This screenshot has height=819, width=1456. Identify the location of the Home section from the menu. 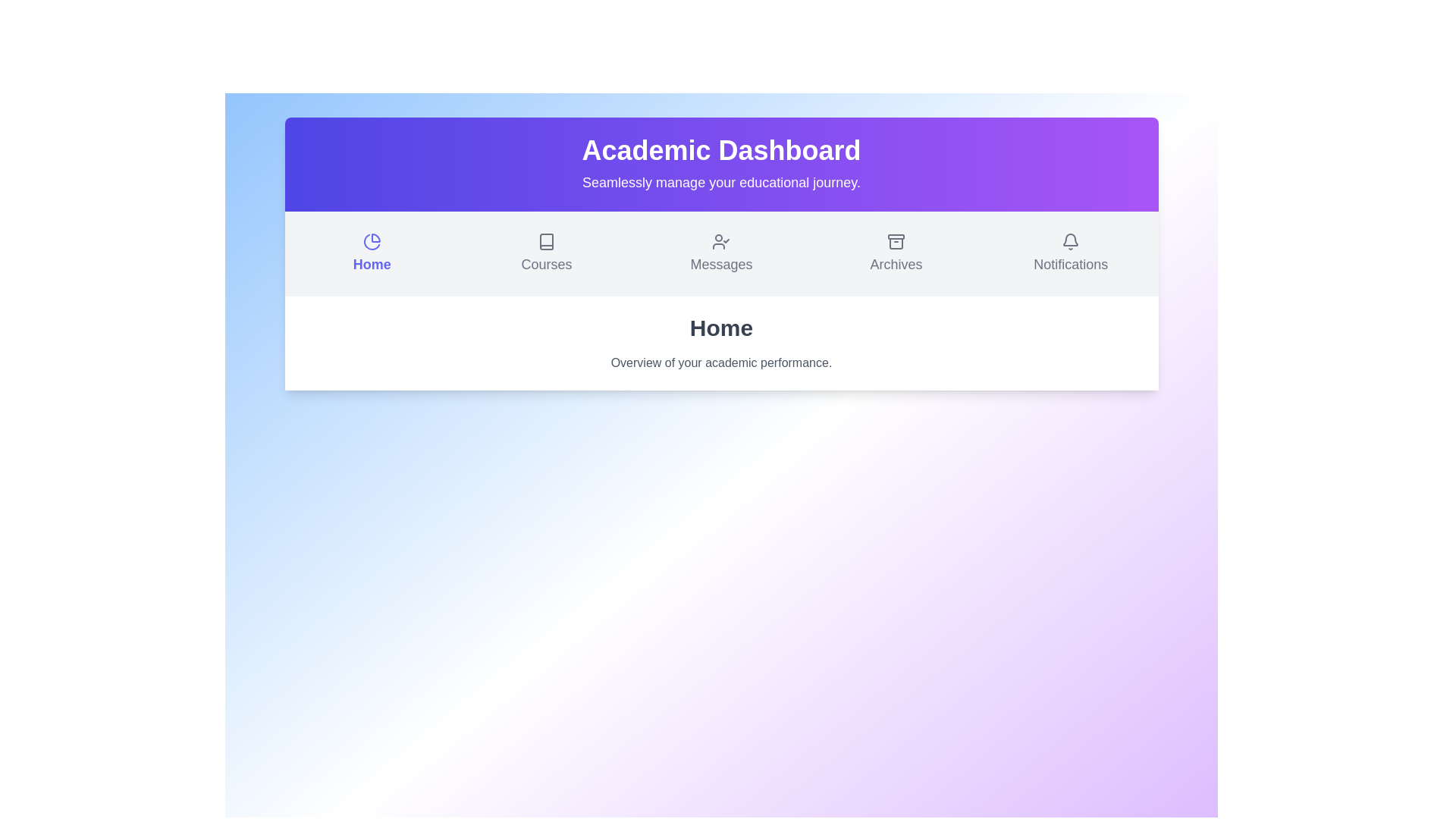
(372, 253).